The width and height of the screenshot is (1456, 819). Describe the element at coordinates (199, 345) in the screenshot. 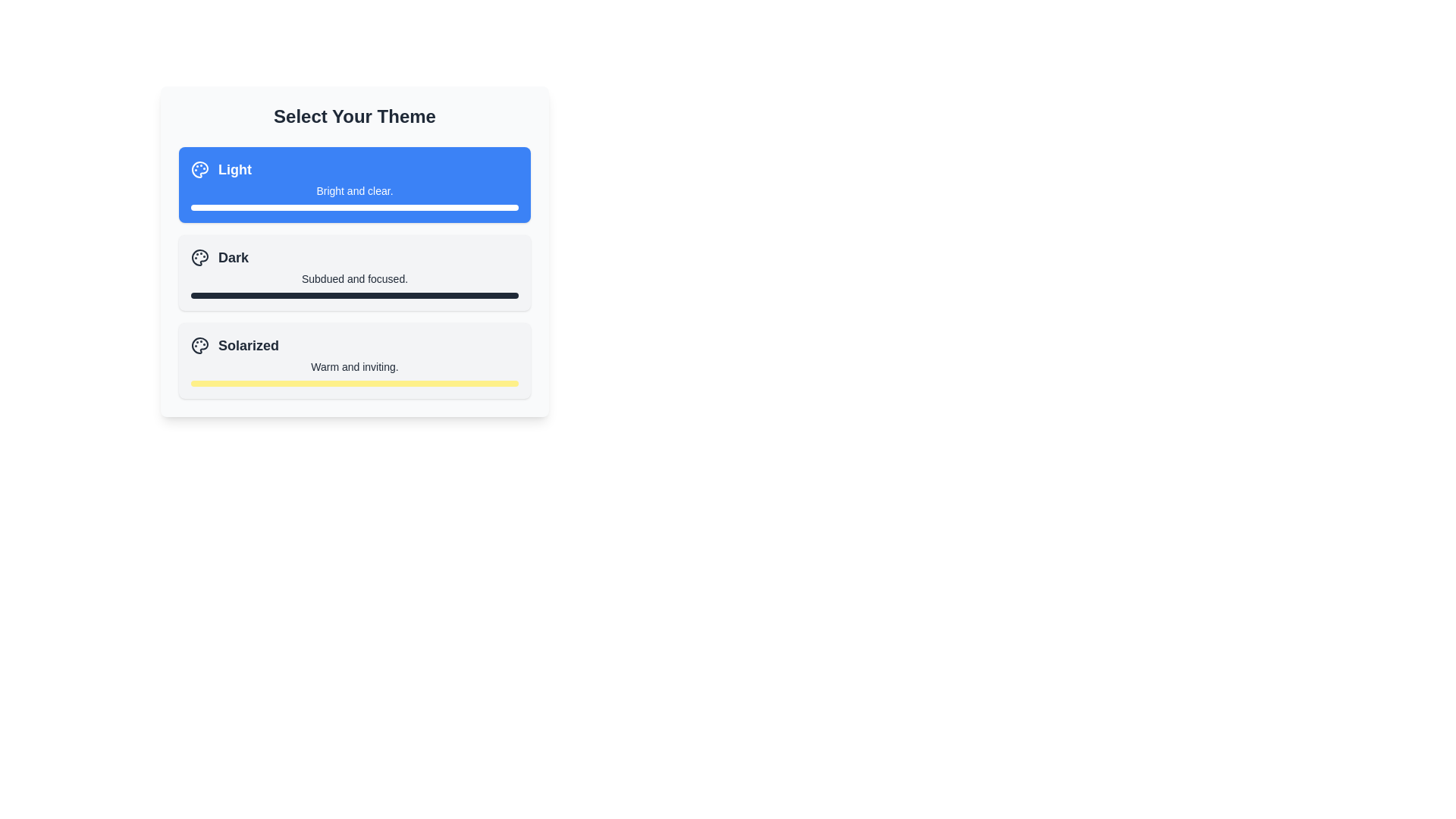

I see `the artistic theme icon representing the 'Solarized' theme, which is located to the left of the text 'Solarized'` at that location.